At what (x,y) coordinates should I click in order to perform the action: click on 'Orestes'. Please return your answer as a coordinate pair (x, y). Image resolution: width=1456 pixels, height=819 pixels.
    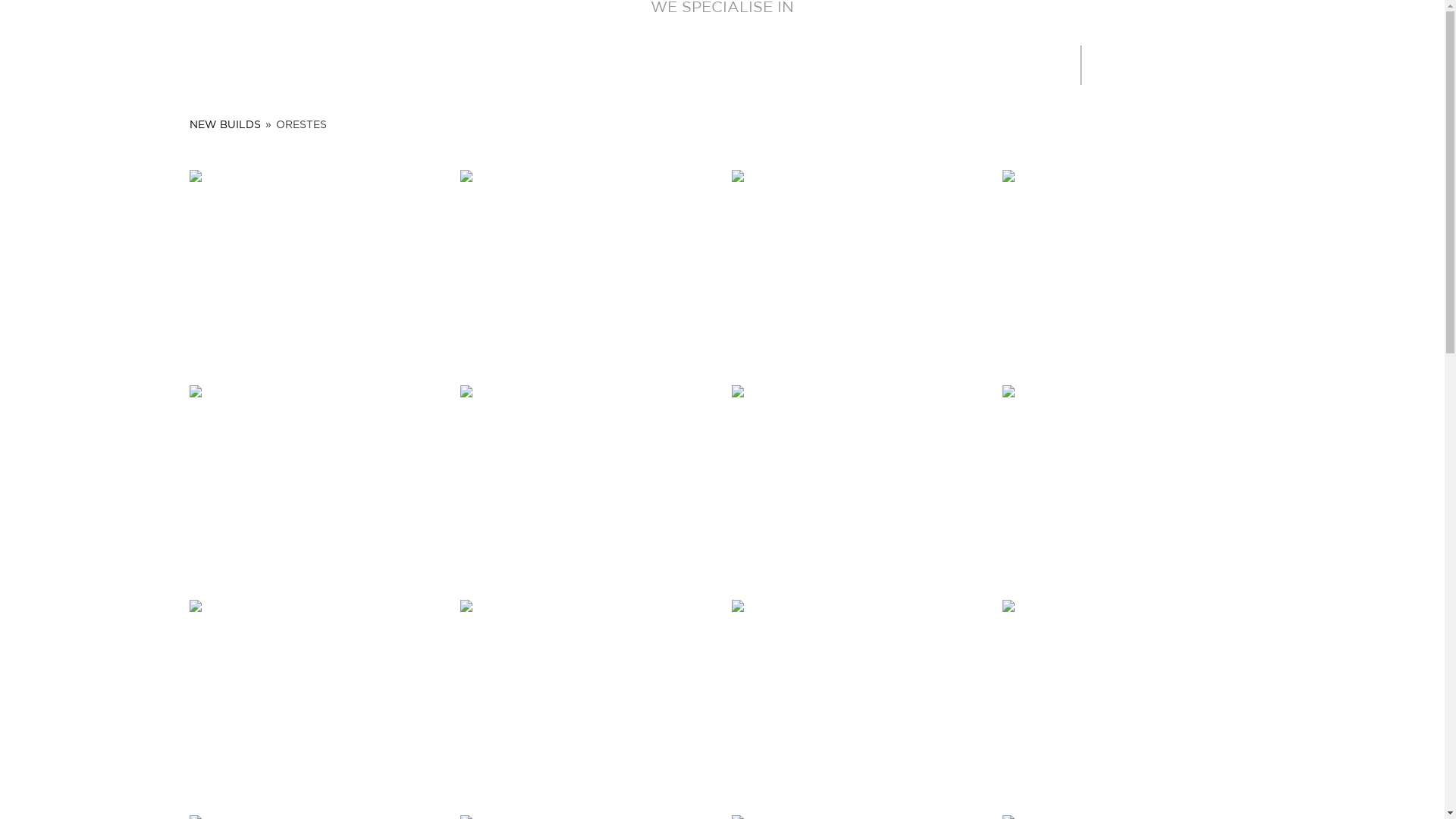
    Looking at the image, I should click on (1128, 698).